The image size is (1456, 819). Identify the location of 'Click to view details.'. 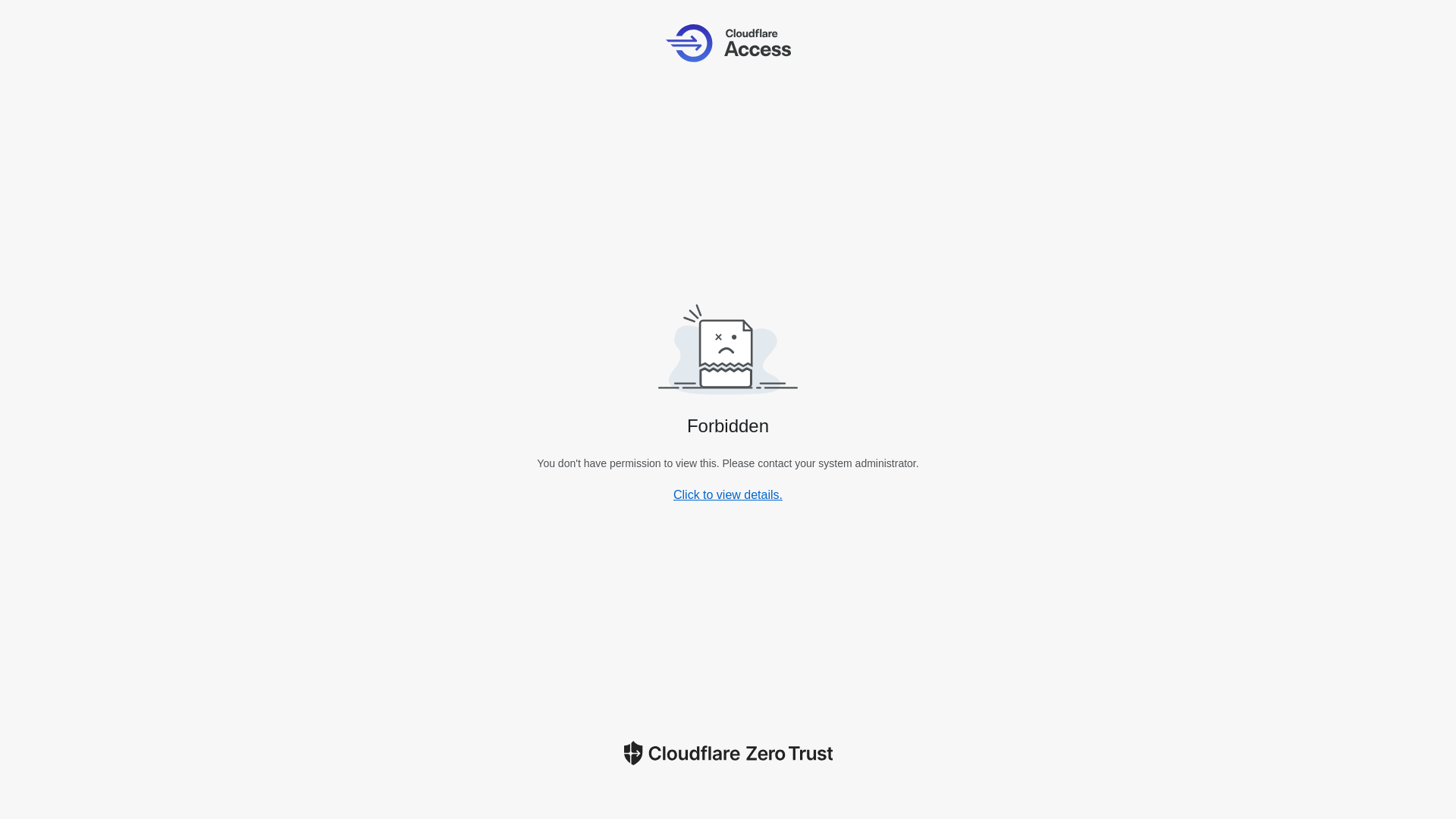
(673, 494).